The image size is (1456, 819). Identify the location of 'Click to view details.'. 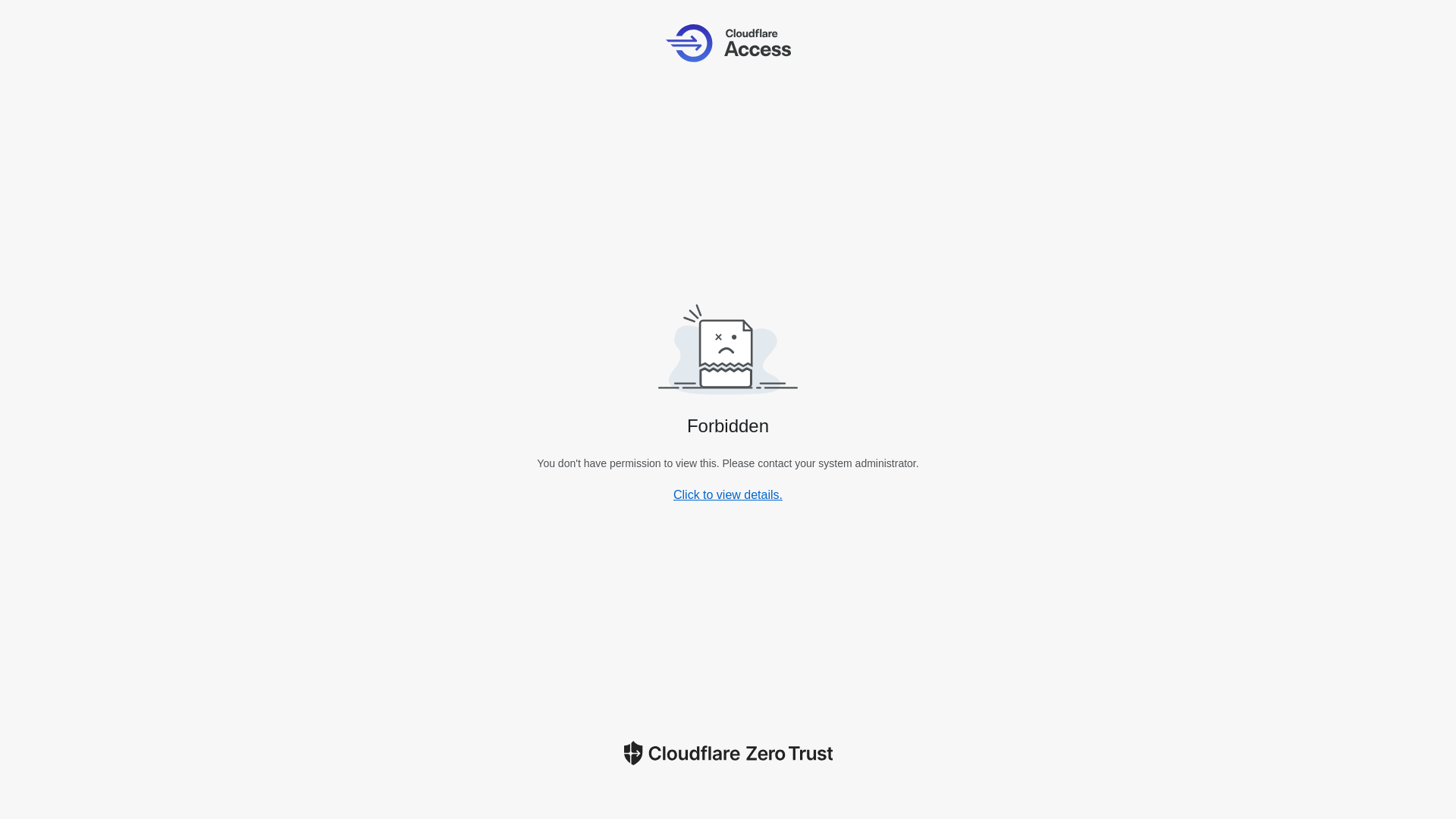
(673, 494).